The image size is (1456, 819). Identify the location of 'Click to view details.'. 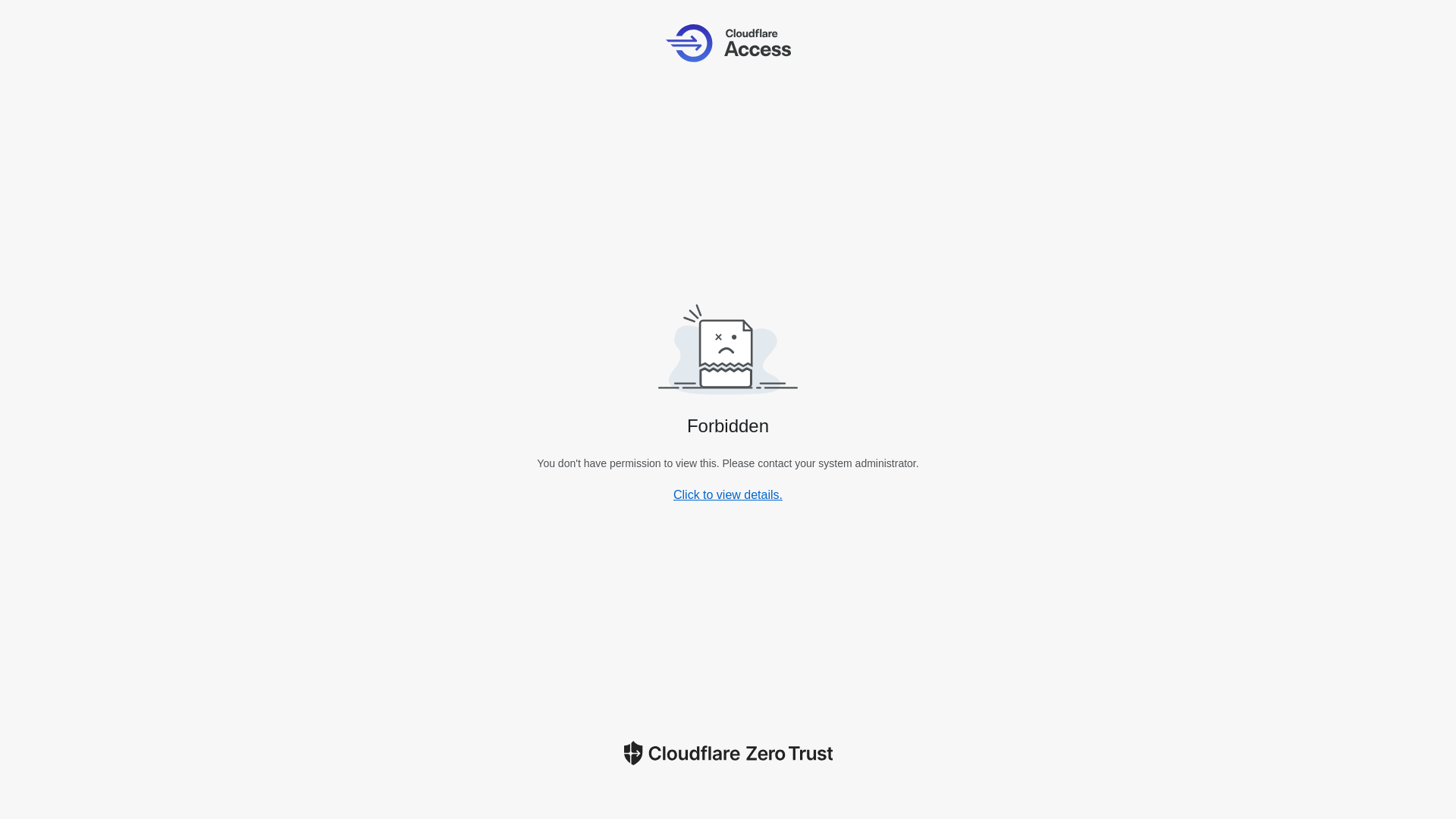
(673, 494).